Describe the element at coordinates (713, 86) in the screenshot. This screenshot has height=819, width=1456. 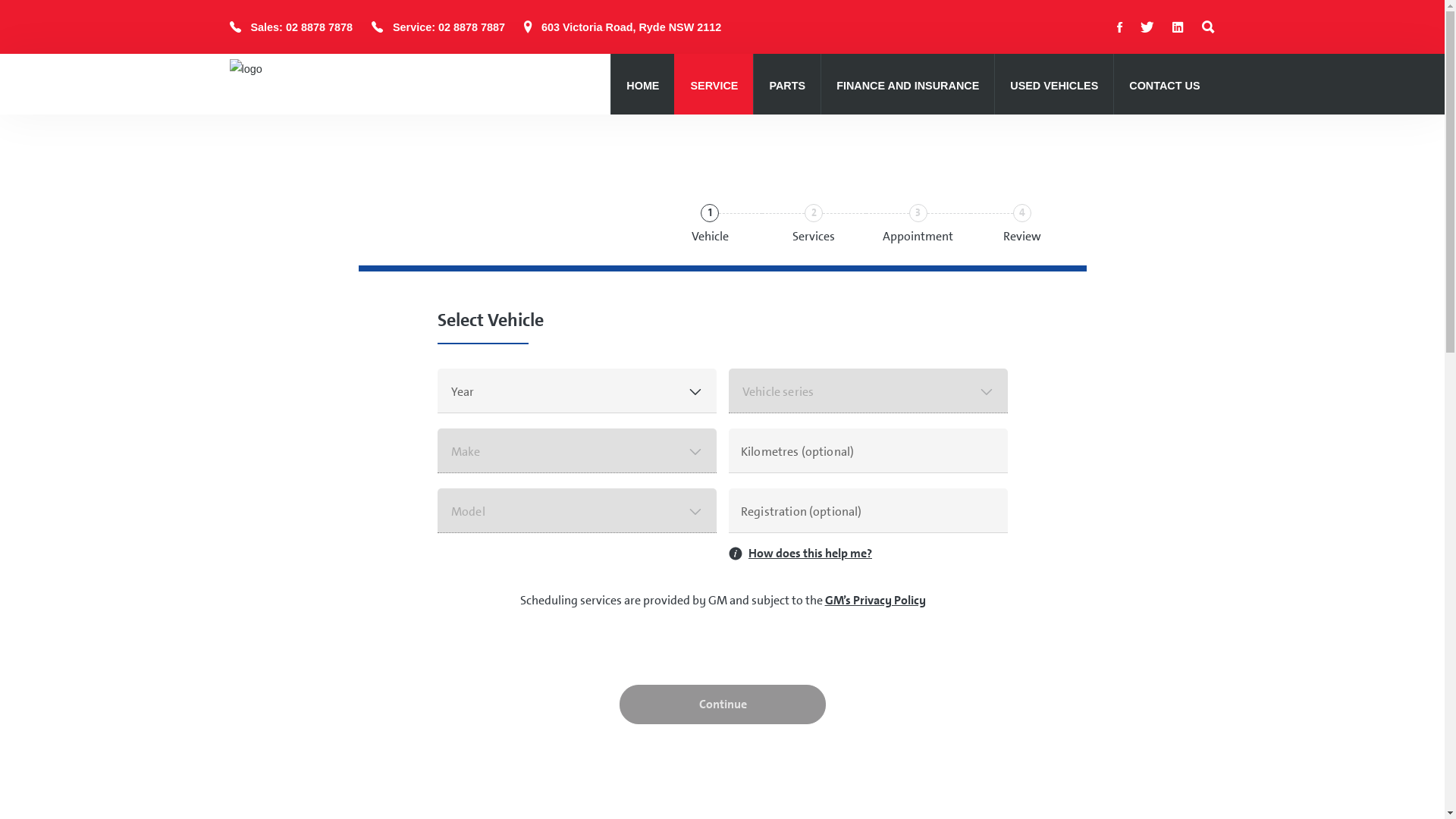
I see `'SERVICE'` at that location.